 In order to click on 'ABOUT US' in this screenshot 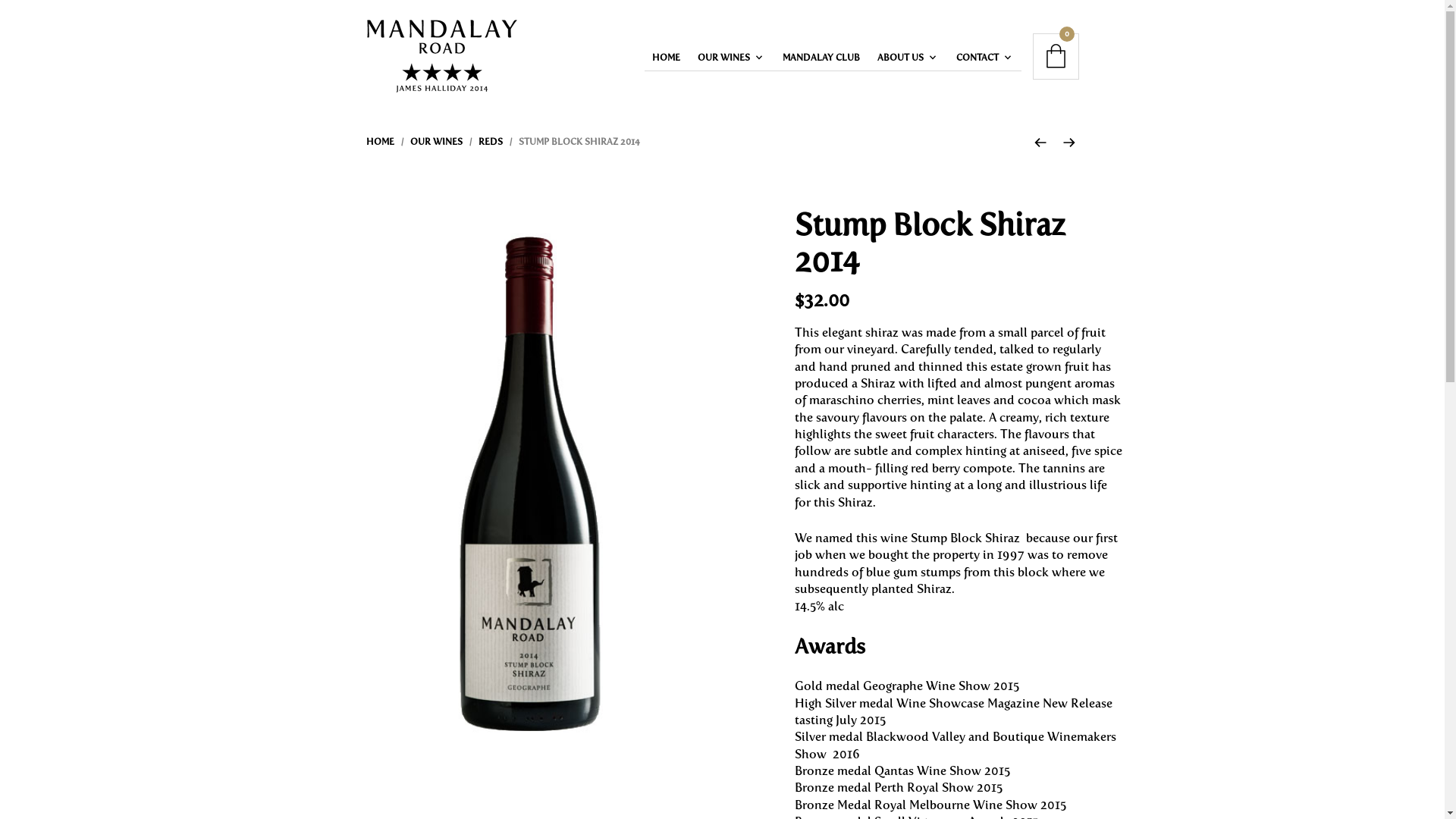, I will do `click(869, 57)`.